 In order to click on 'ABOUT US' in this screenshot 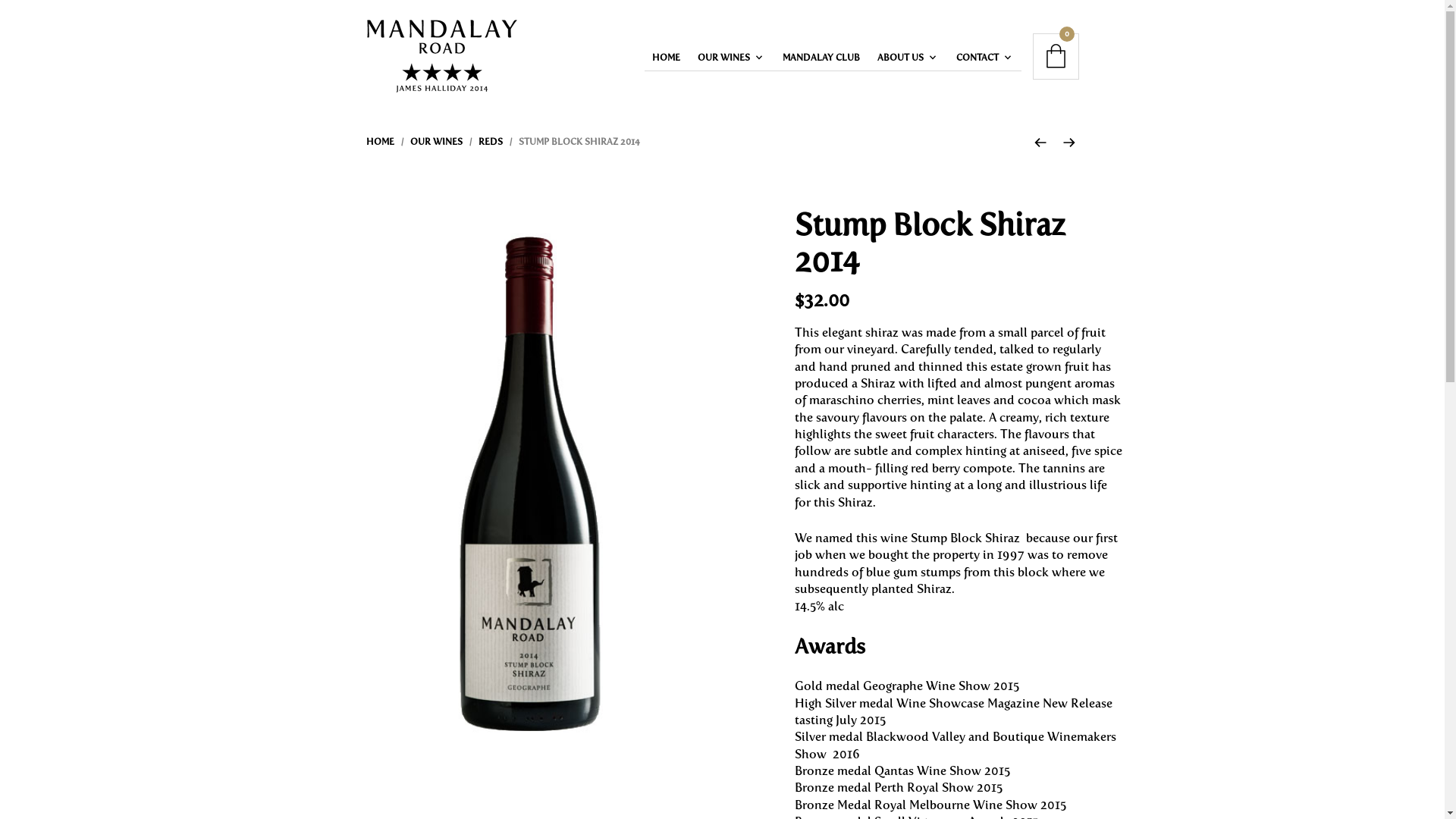, I will do `click(869, 57)`.